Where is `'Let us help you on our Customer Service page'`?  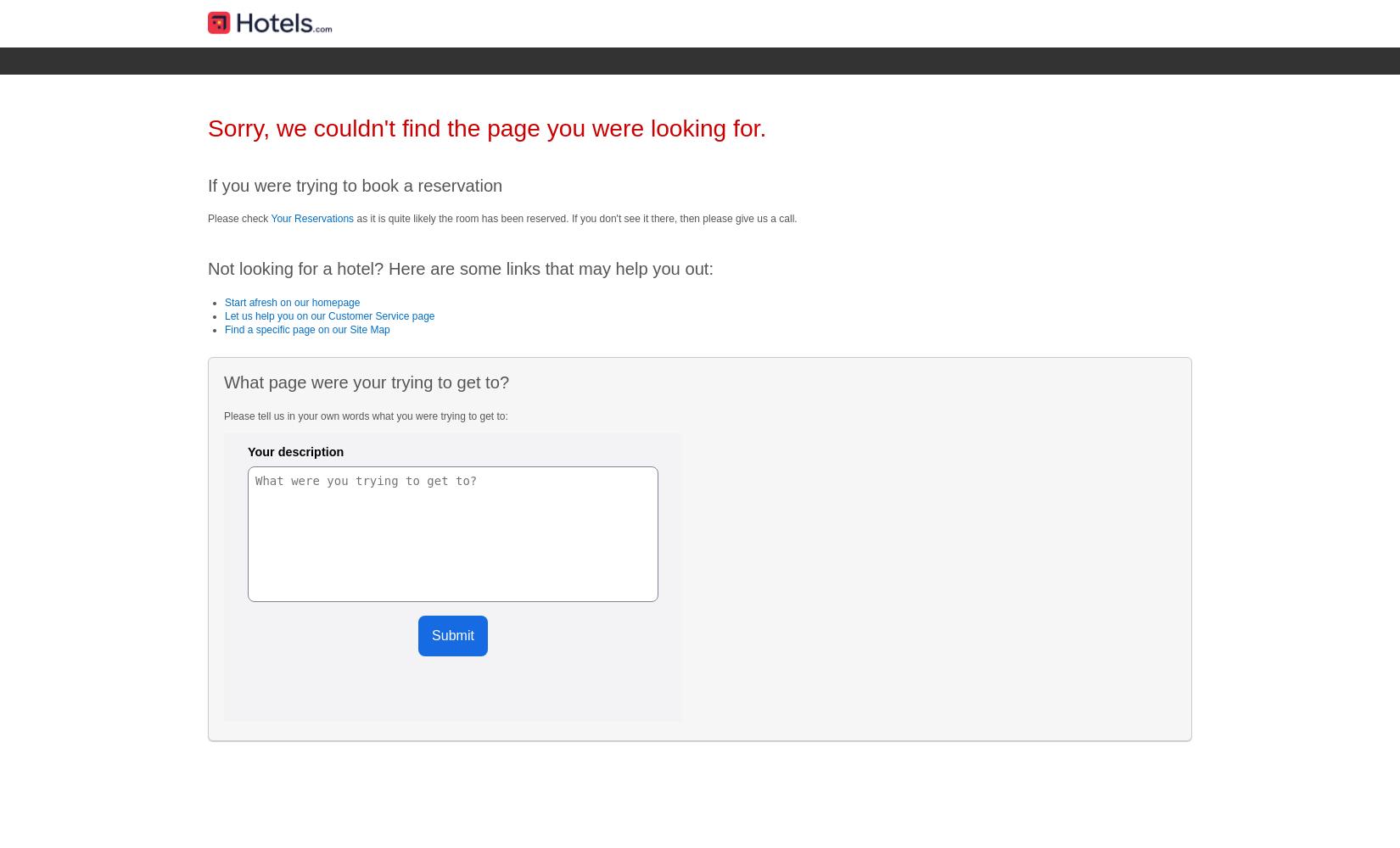 'Let us help you on our Customer Service page' is located at coordinates (329, 315).